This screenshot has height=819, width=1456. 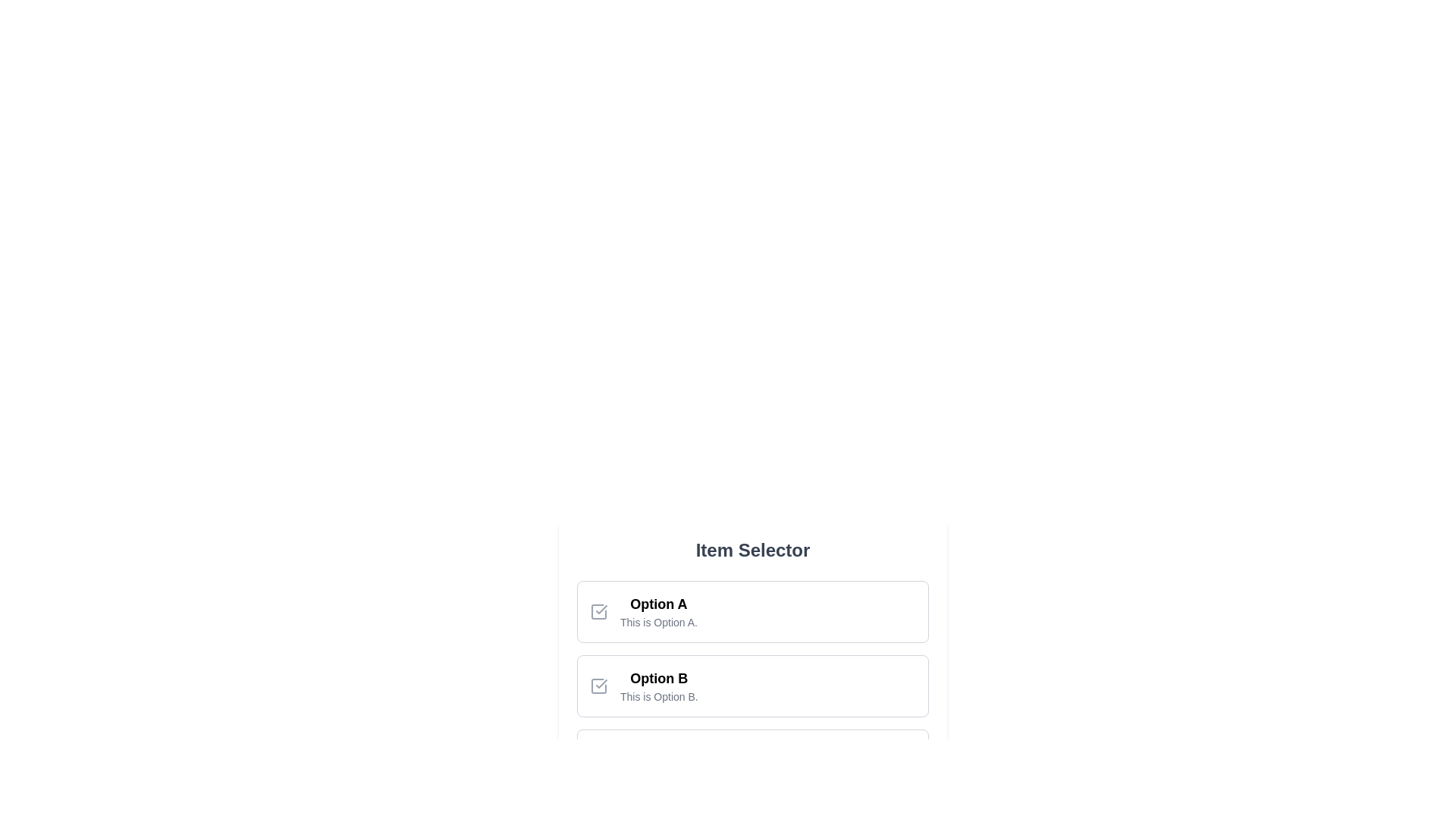 What do you see at coordinates (753, 686) in the screenshot?
I see `the second selectable option in the vertical list, positioned between 'Option A' and 'Option C'` at bounding box center [753, 686].